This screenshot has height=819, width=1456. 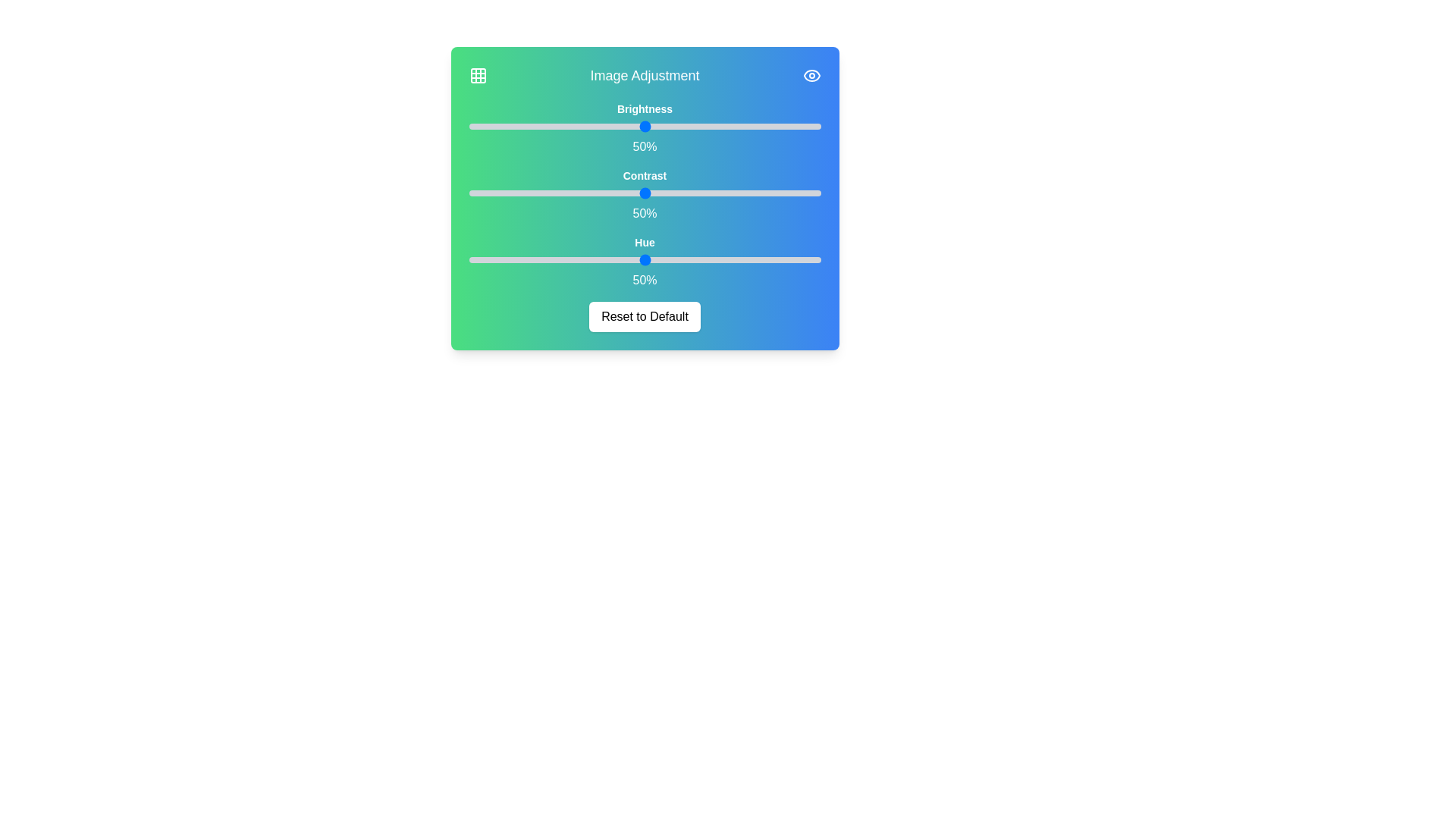 What do you see at coordinates (811, 76) in the screenshot?
I see `the Eye icon in the header of the Image Adjustment Panel` at bounding box center [811, 76].